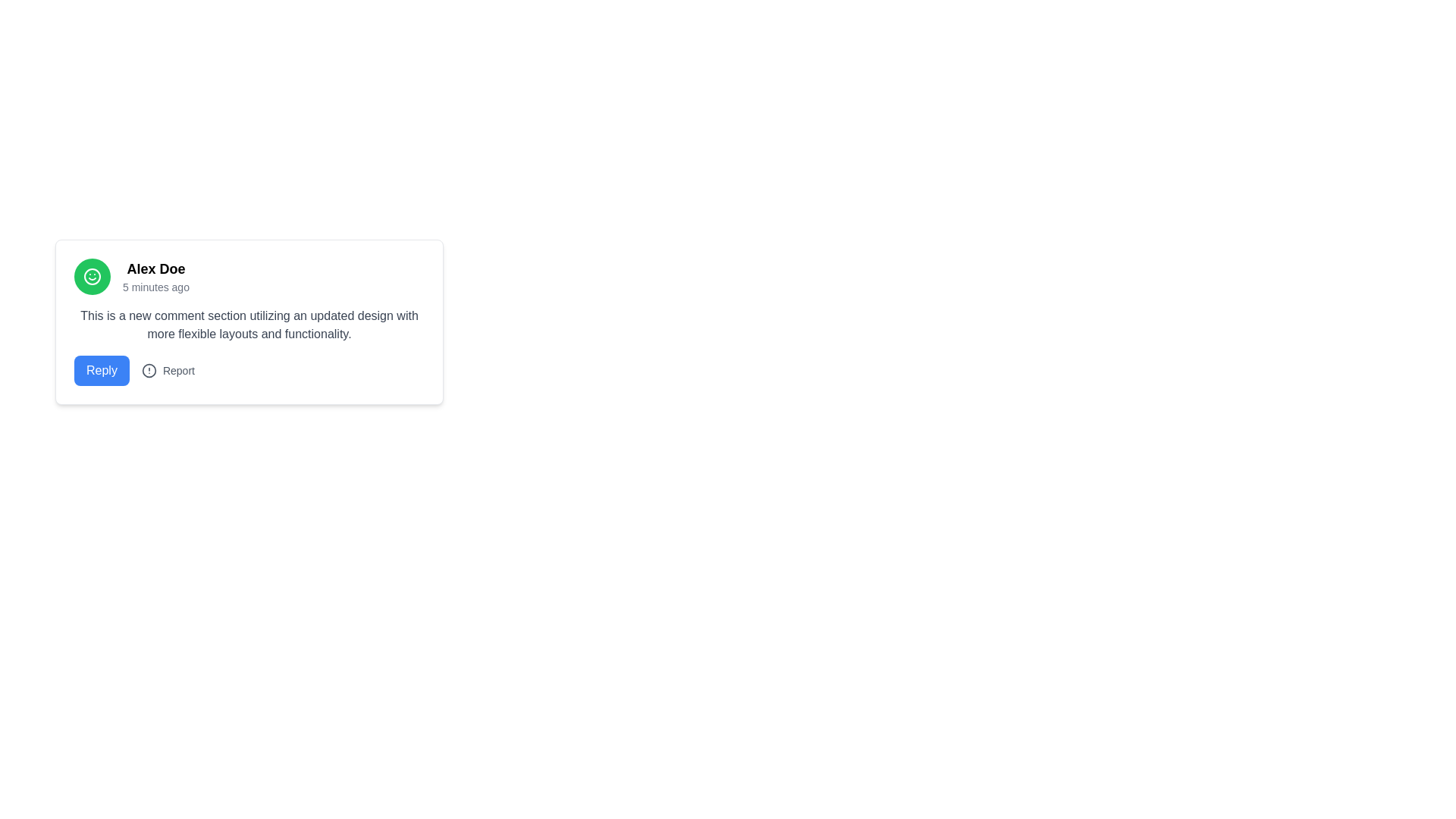 This screenshot has height=819, width=1456. I want to click on the circular icon representing the 'Report' action, which is part of a group of notification icons in the comment section, so click(149, 371).